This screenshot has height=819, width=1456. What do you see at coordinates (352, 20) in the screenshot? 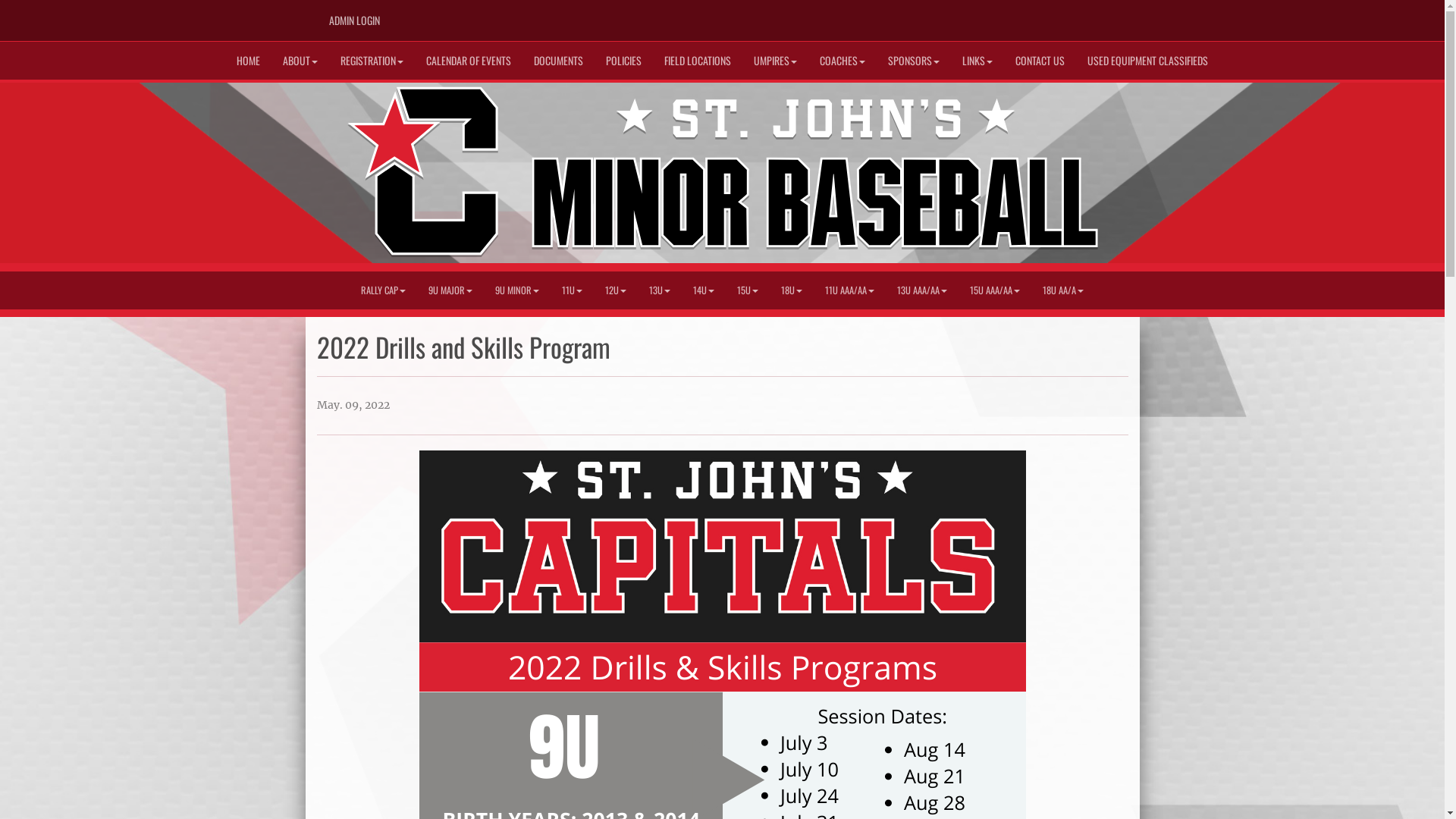
I see `' ADMIN LOGIN` at bounding box center [352, 20].